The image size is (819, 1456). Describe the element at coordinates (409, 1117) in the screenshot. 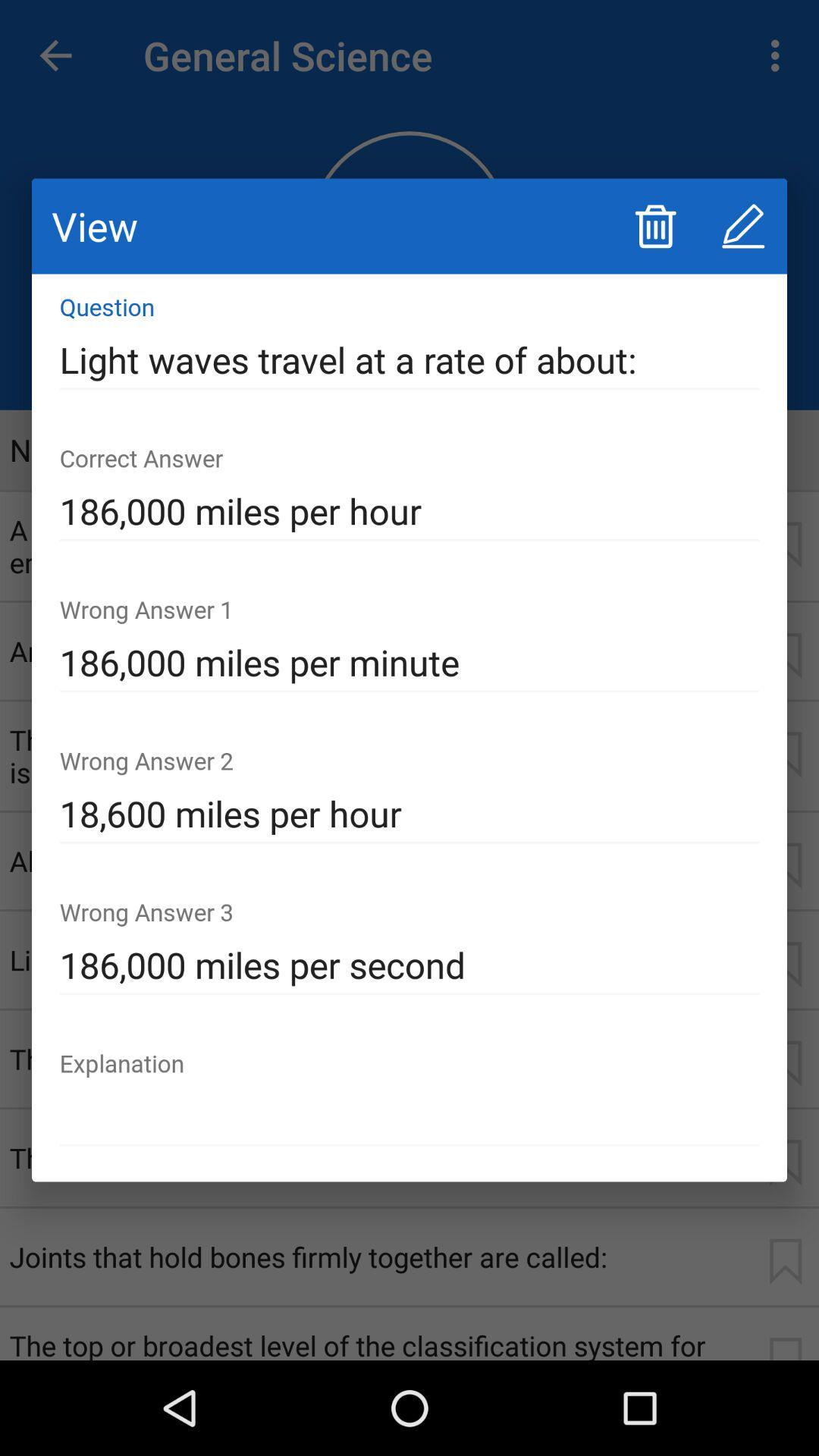

I see `item below the 186 000 miles item` at that location.